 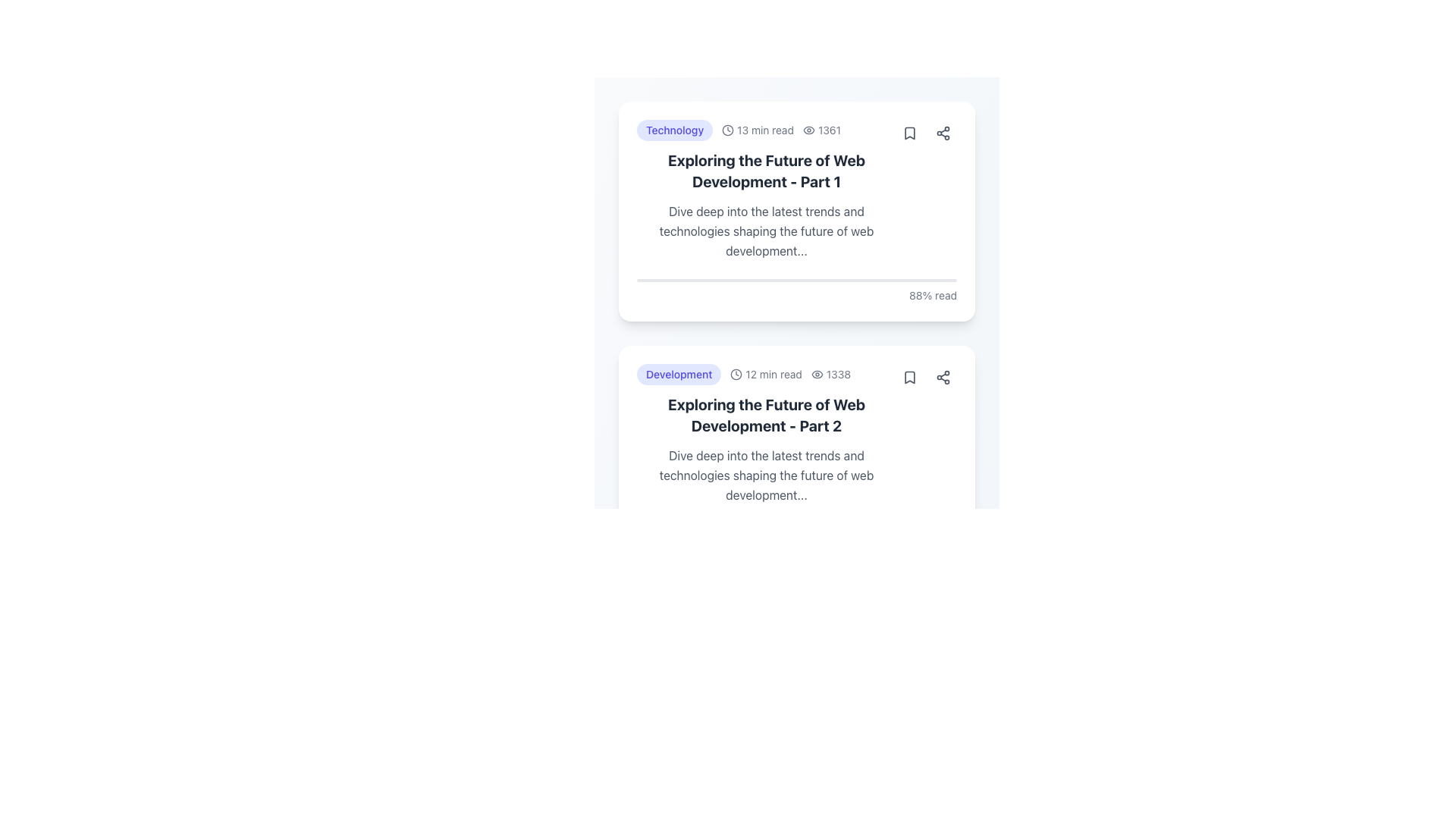 What do you see at coordinates (821, 130) in the screenshot?
I see `the Label/Text Display that shows numerical data related` at bounding box center [821, 130].